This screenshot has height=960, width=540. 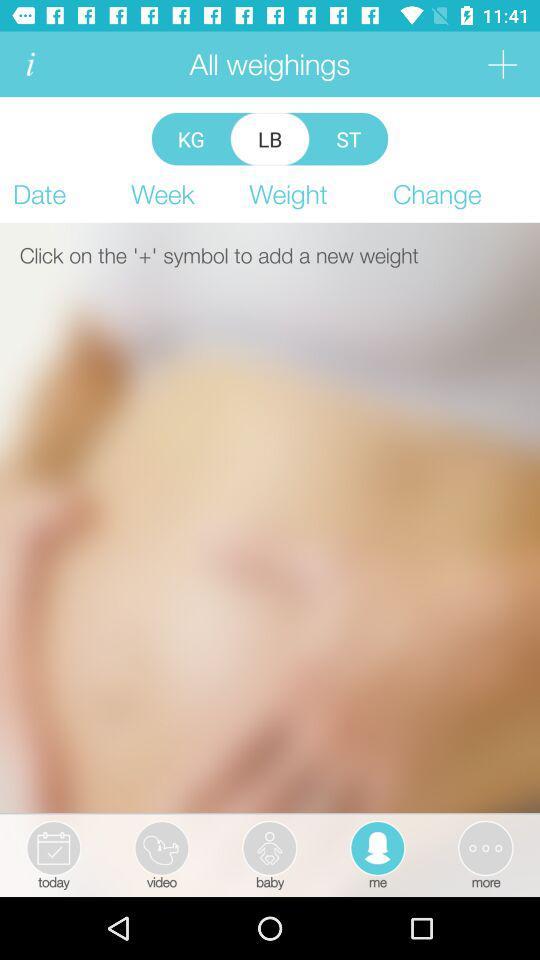 What do you see at coordinates (501, 64) in the screenshot?
I see `a new weight` at bounding box center [501, 64].